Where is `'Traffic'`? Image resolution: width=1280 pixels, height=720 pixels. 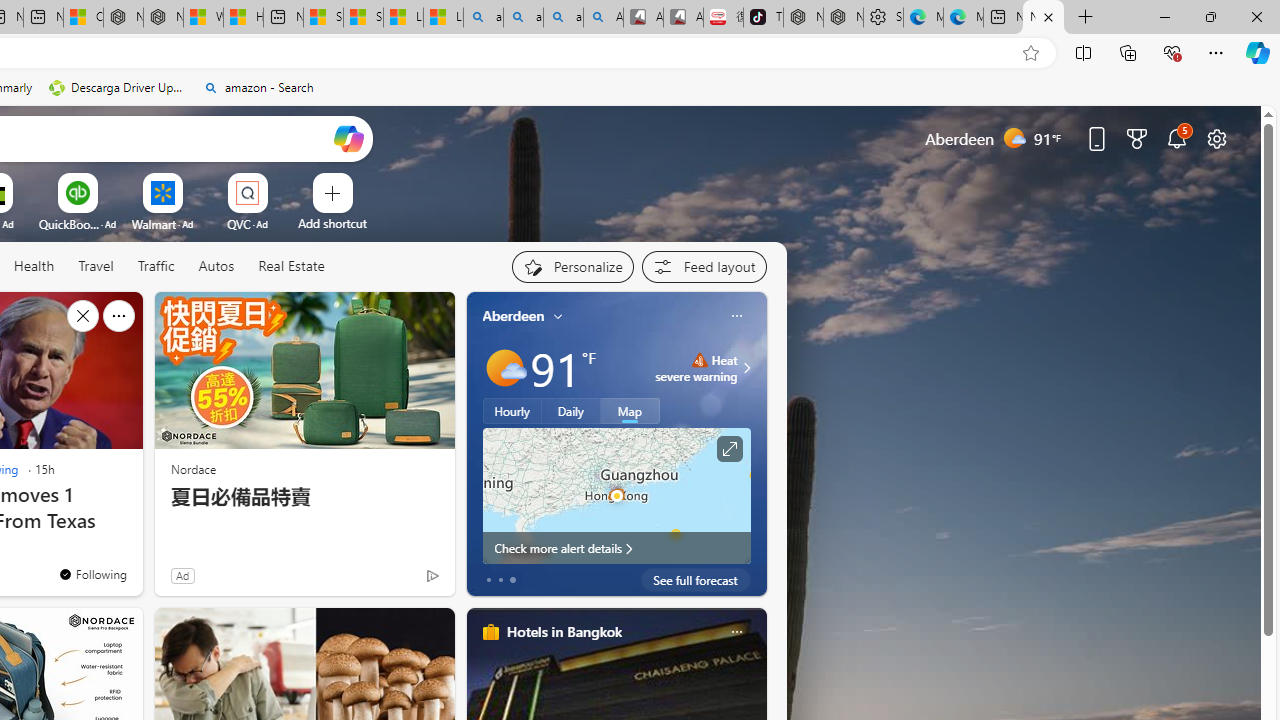
'Traffic' is located at coordinates (154, 265).